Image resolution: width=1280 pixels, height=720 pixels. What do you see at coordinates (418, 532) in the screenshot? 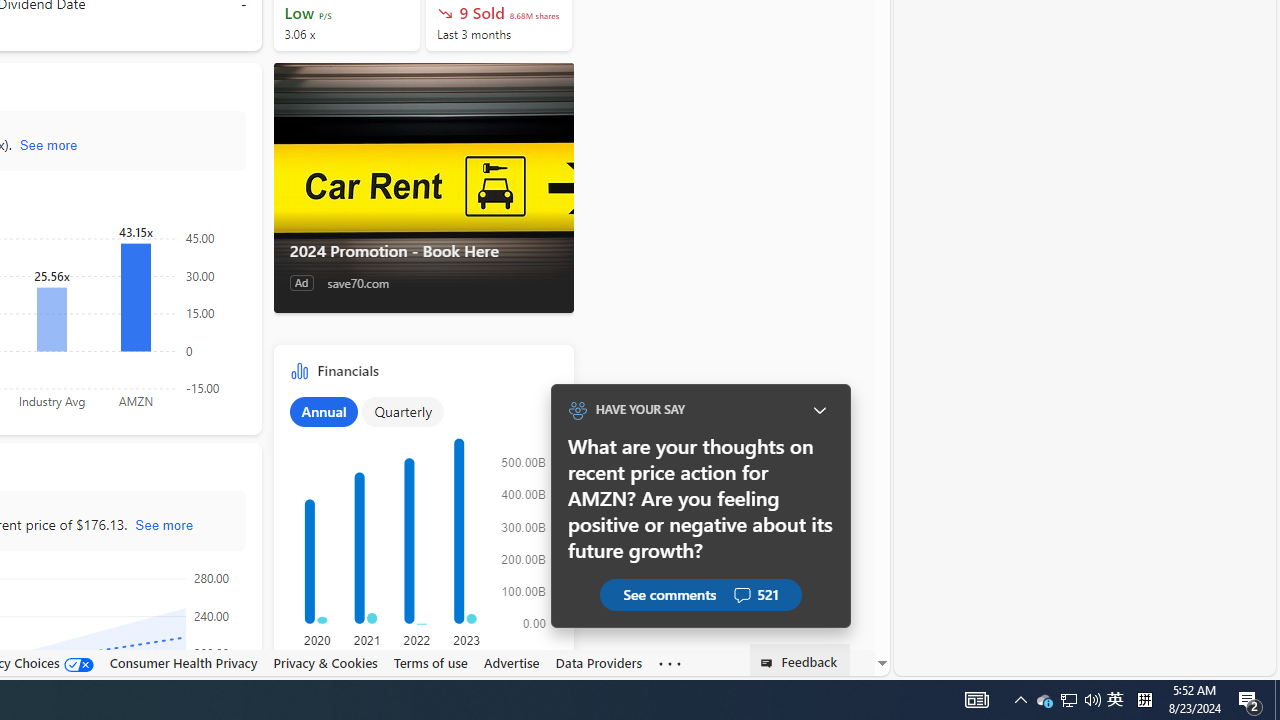
I see `'Class: chartOuter-DS-EntryPoint1-1'` at bounding box center [418, 532].